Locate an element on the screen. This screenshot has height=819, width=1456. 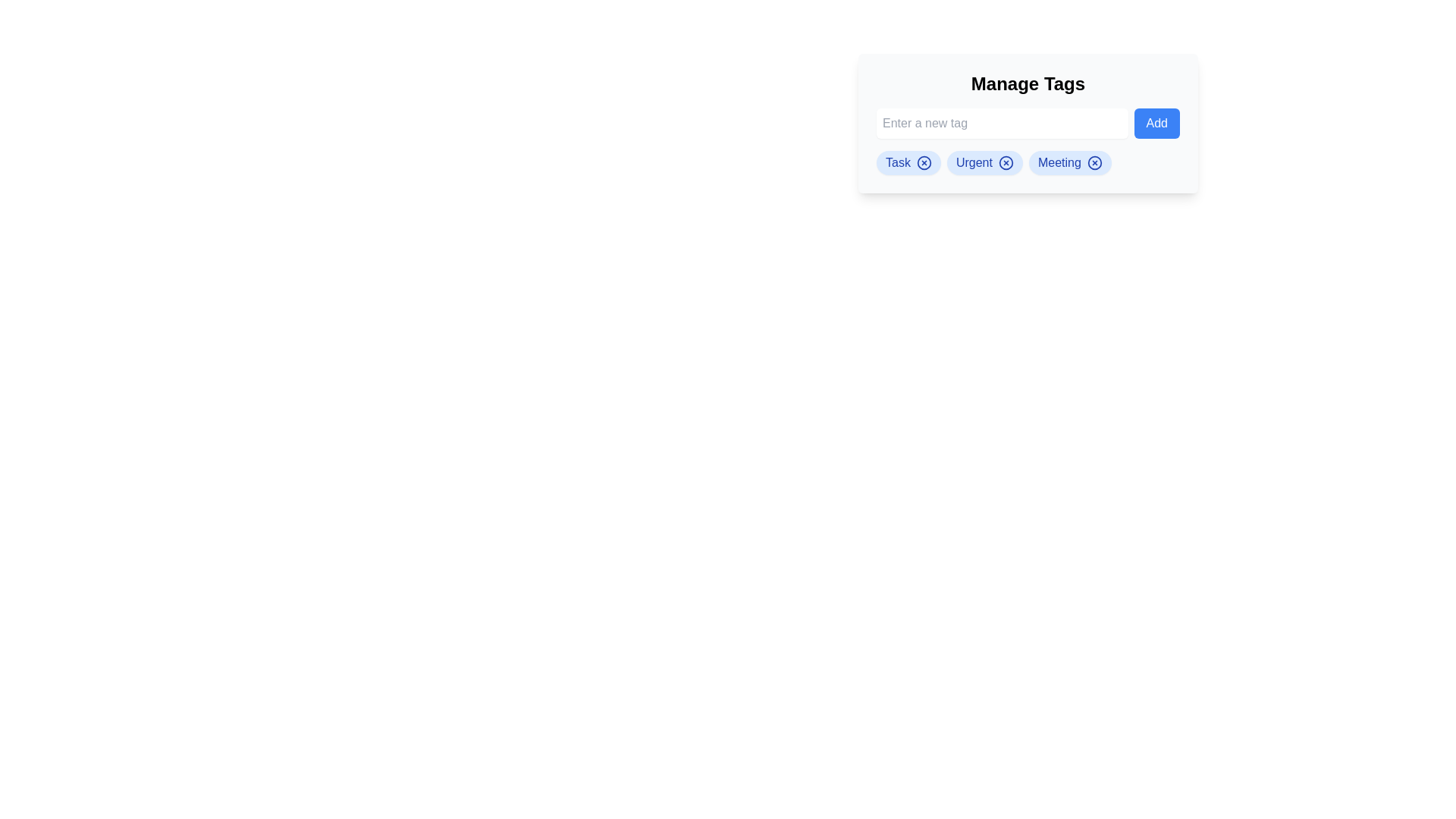
the 'Add' button located to the right of the input field in the upper portion of the interface is located at coordinates (1156, 122).